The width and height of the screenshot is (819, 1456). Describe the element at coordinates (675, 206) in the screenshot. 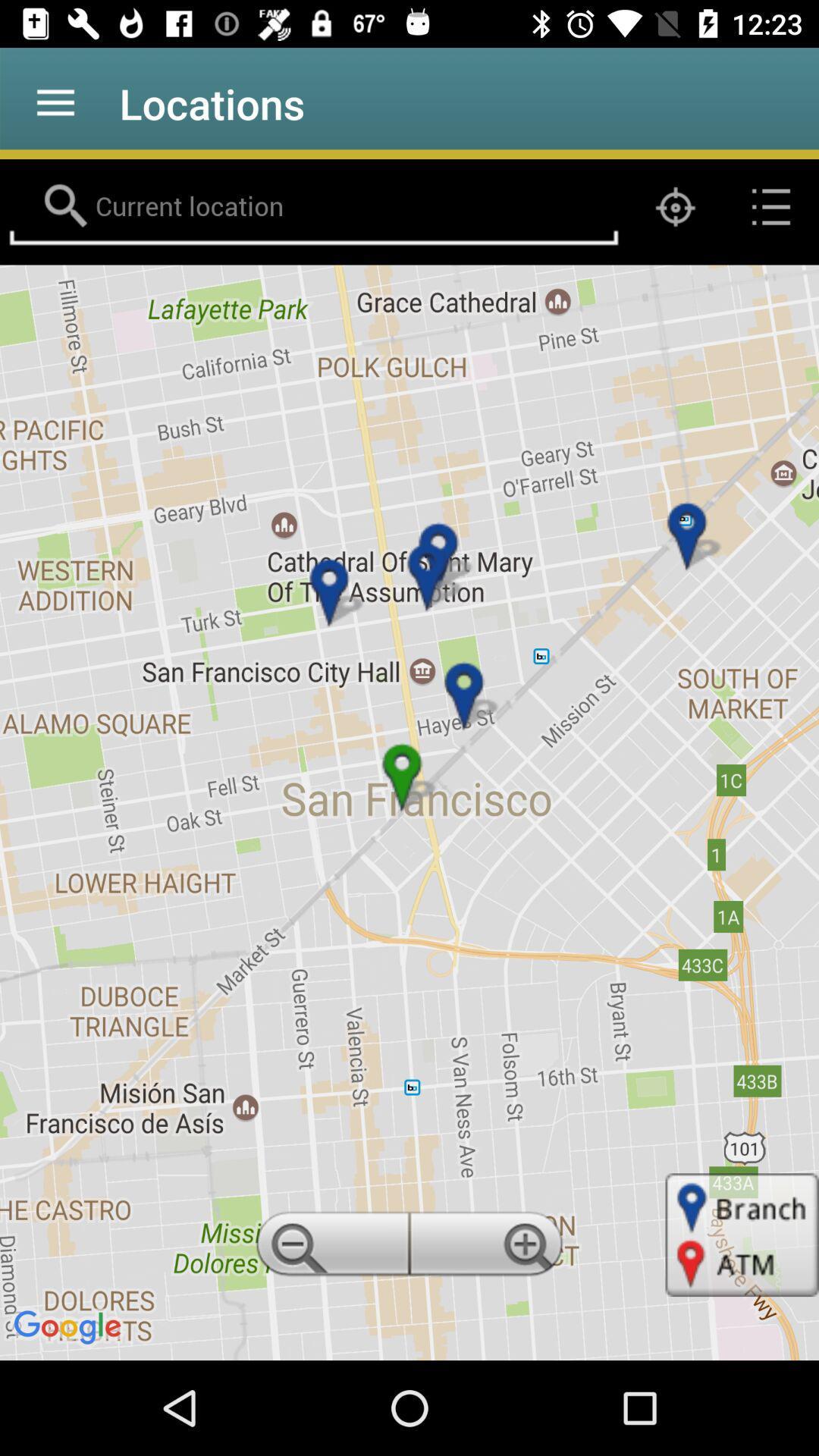

I see `the location_crosshair icon` at that location.